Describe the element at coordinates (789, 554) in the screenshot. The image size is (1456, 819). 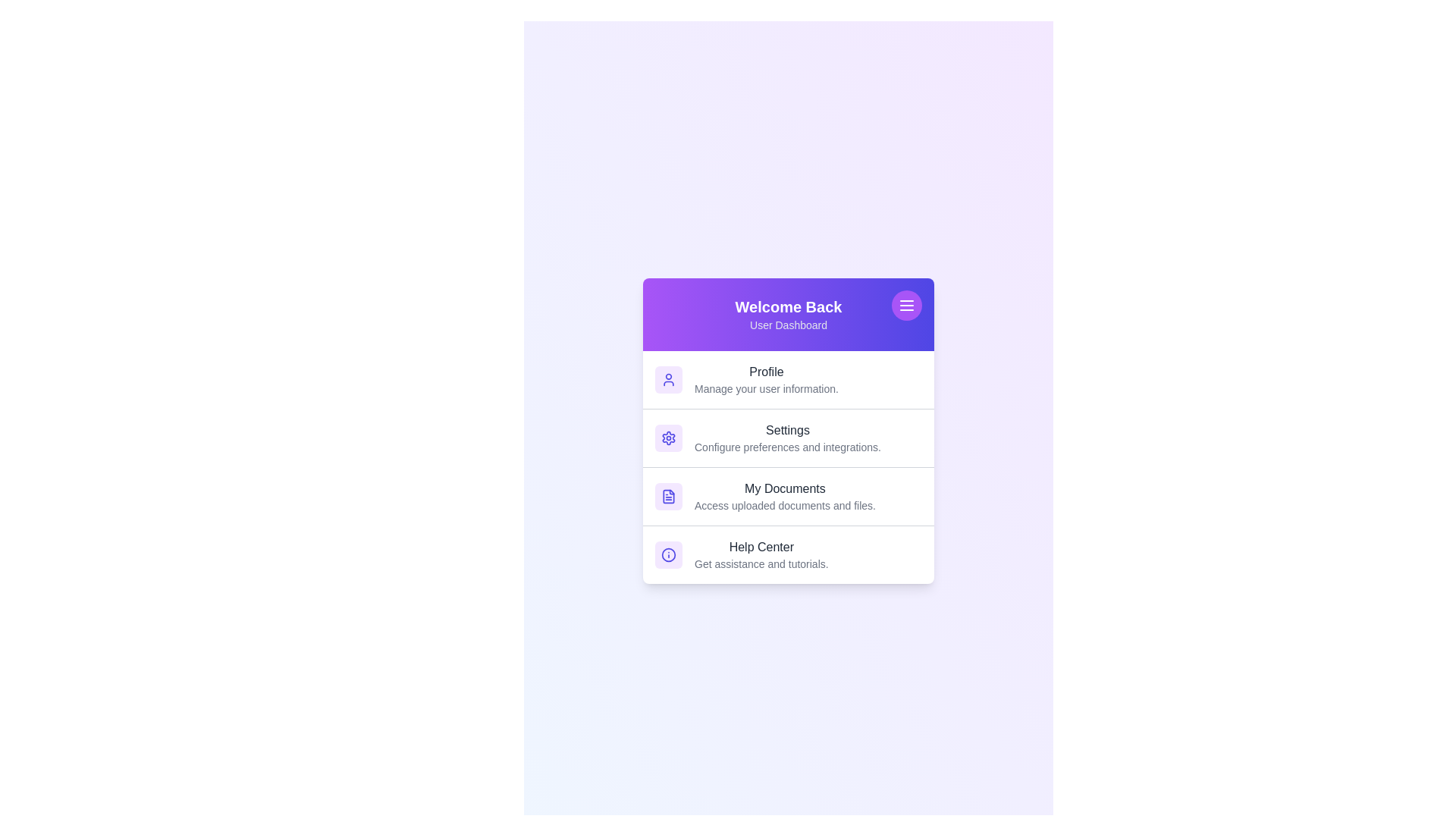
I see `the list item corresponding to Help Center` at that location.